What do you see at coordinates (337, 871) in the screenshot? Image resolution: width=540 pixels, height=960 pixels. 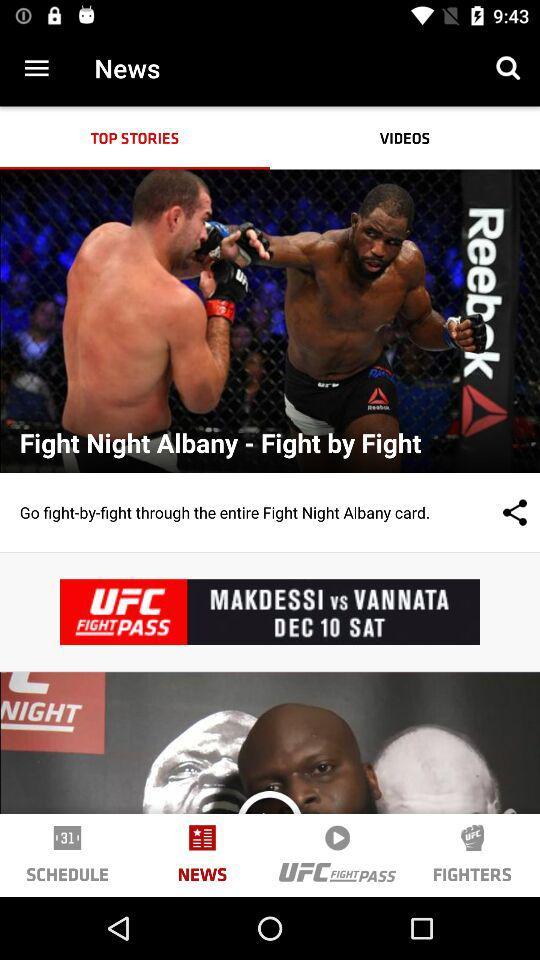 I see `the logo beside fighters` at bounding box center [337, 871].